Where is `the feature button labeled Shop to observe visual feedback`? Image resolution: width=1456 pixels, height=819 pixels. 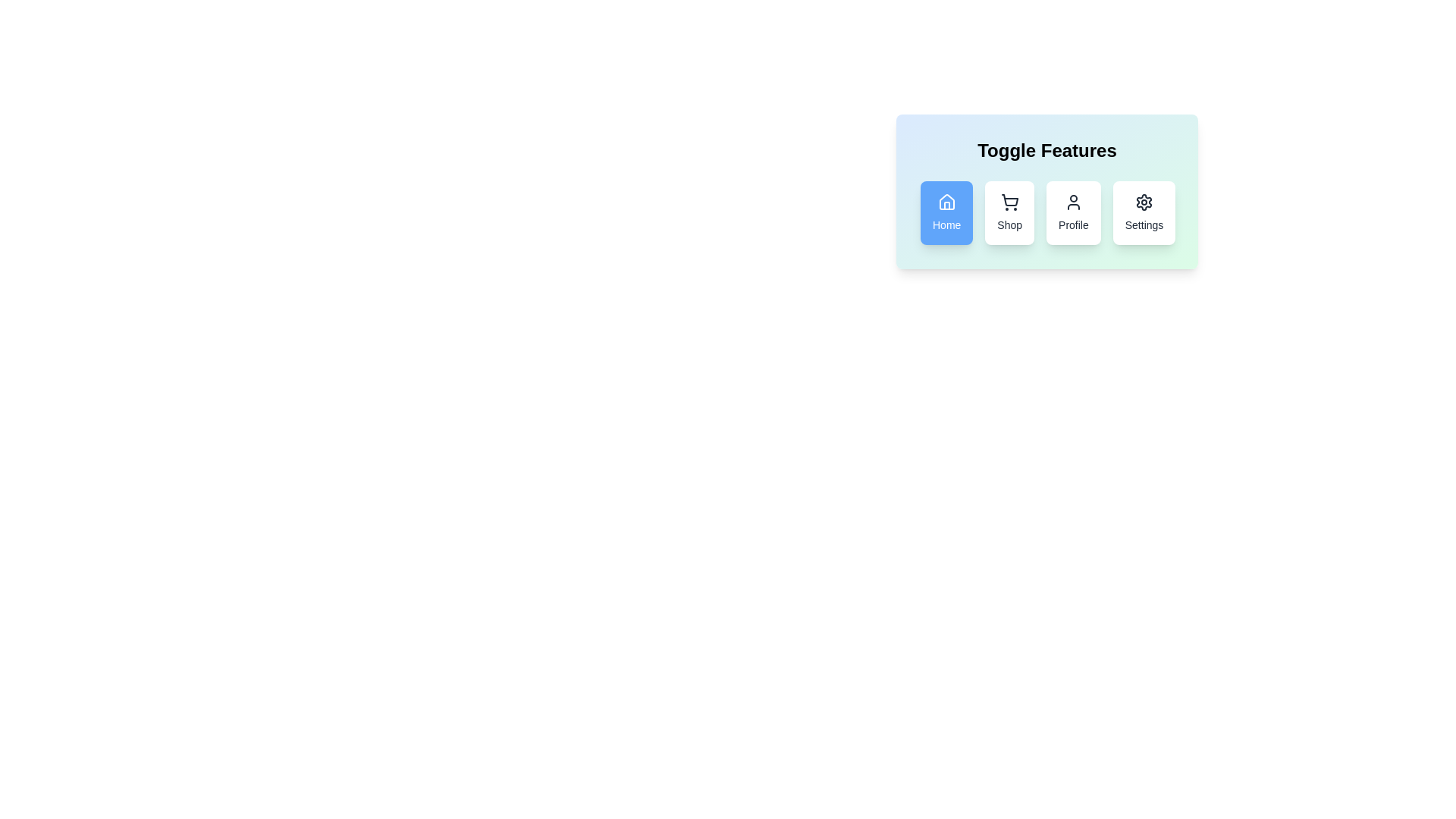
the feature button labeled Shop to observe visual feedback is located at coordinates (1009, 213).